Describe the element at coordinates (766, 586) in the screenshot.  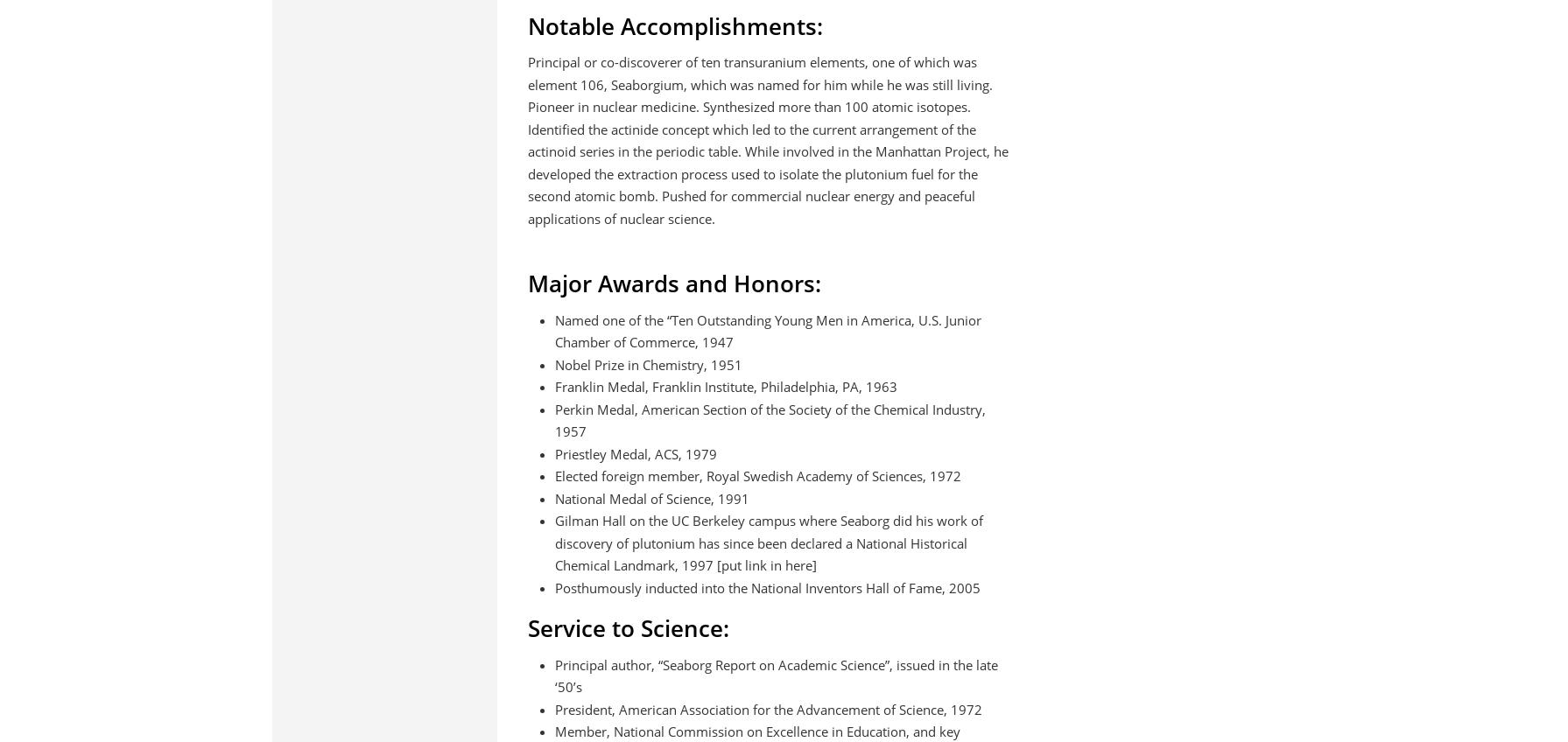
I see `'Posthumously inducted into the National Inventors Hall of Fame, 2005'` at that location.